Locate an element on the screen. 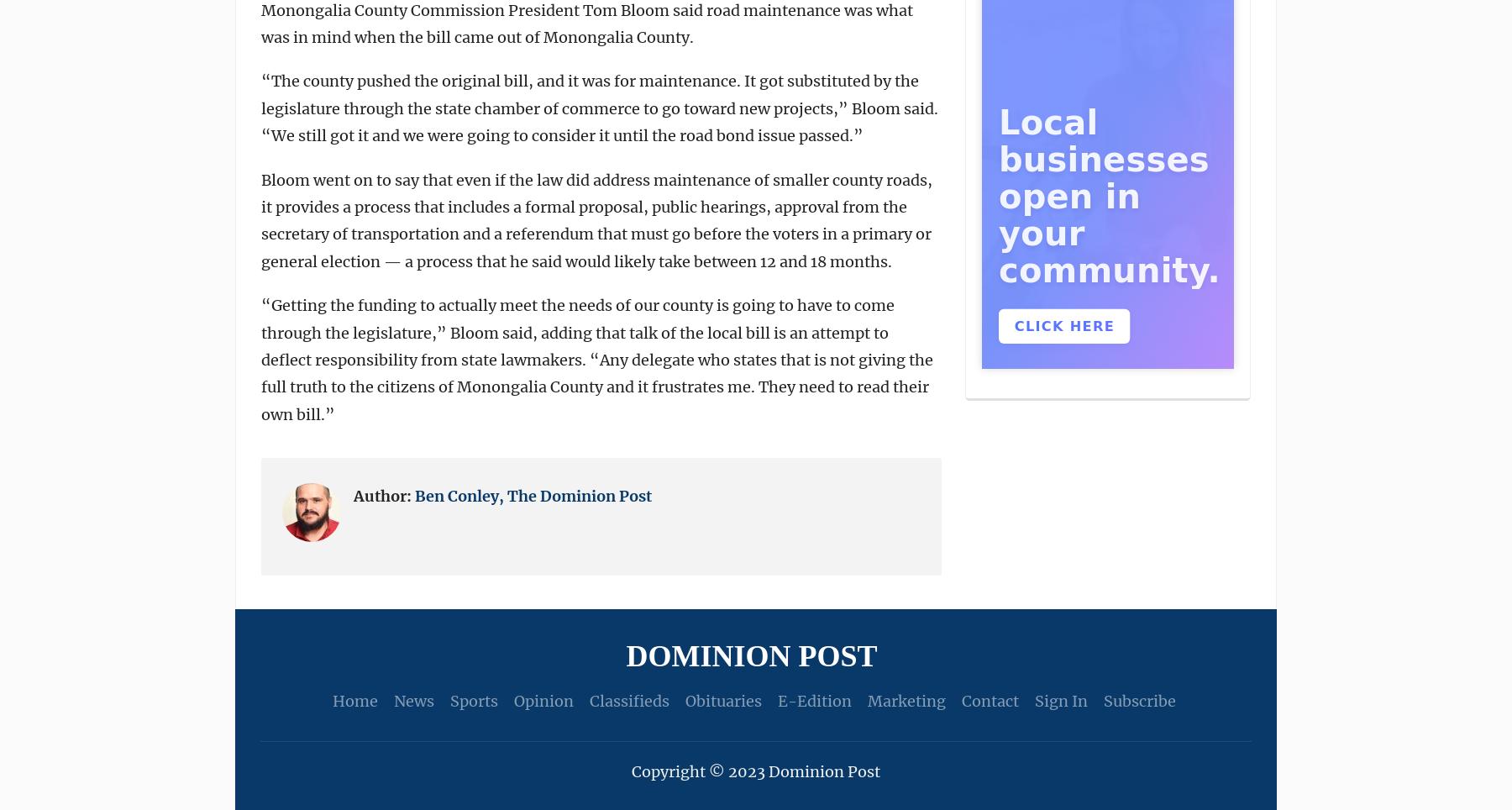 This screenshot has height=810, width=1512. 'Sports' is located at coordinates (448, 700).